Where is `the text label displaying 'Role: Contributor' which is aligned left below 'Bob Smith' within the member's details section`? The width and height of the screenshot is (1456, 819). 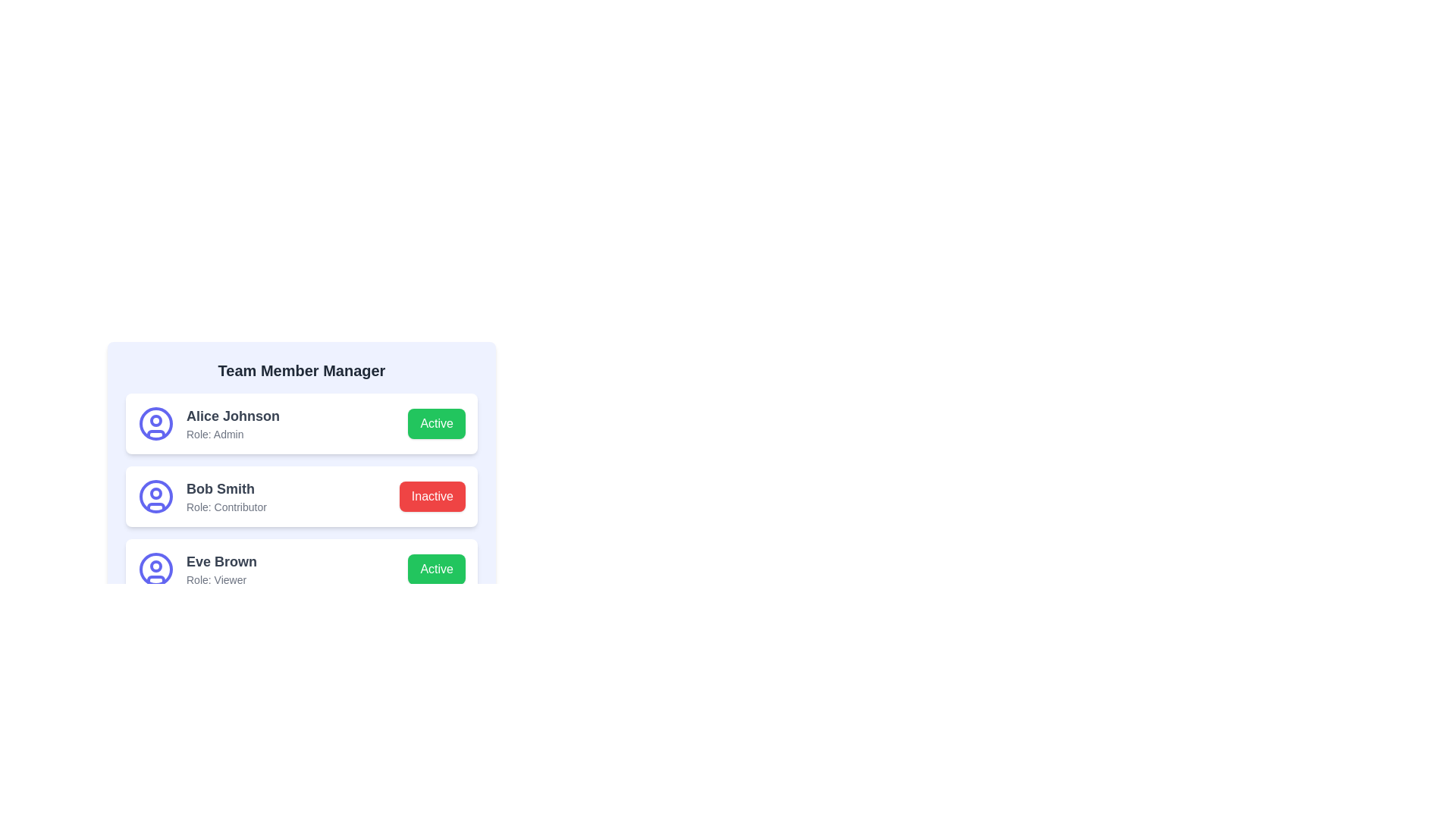
the text label displaying 'Role: Contributor' which is aligned left below 'Bob Smith' within the member's details section is located at coordinates (225, 507).